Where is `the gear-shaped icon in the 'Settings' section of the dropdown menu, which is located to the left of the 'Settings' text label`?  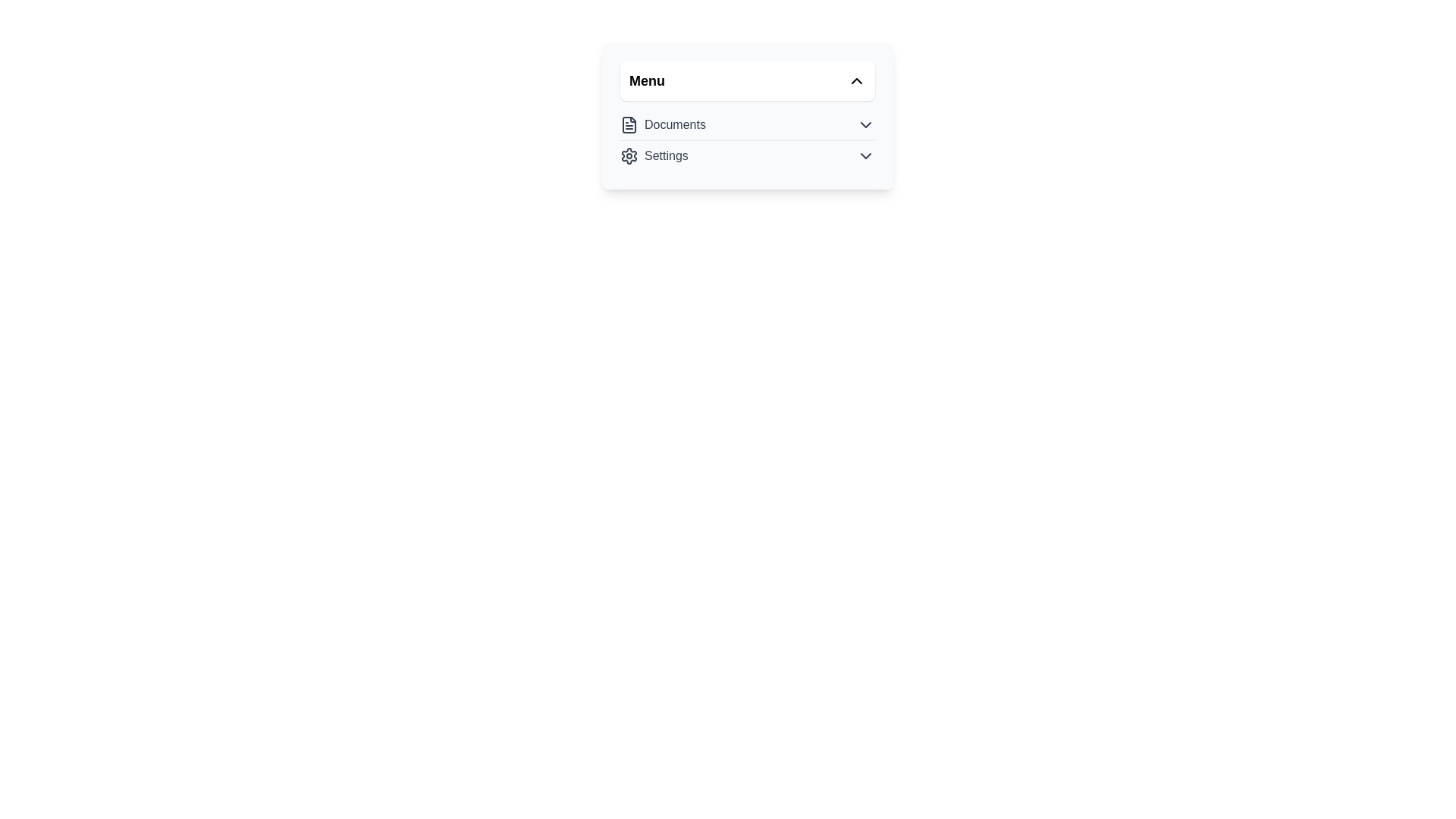
the gear-shaped icon in the 'Settings' section of the dropdown menu, which is located to the left of the 'Settings' text label is located at coordinates (629, 155).